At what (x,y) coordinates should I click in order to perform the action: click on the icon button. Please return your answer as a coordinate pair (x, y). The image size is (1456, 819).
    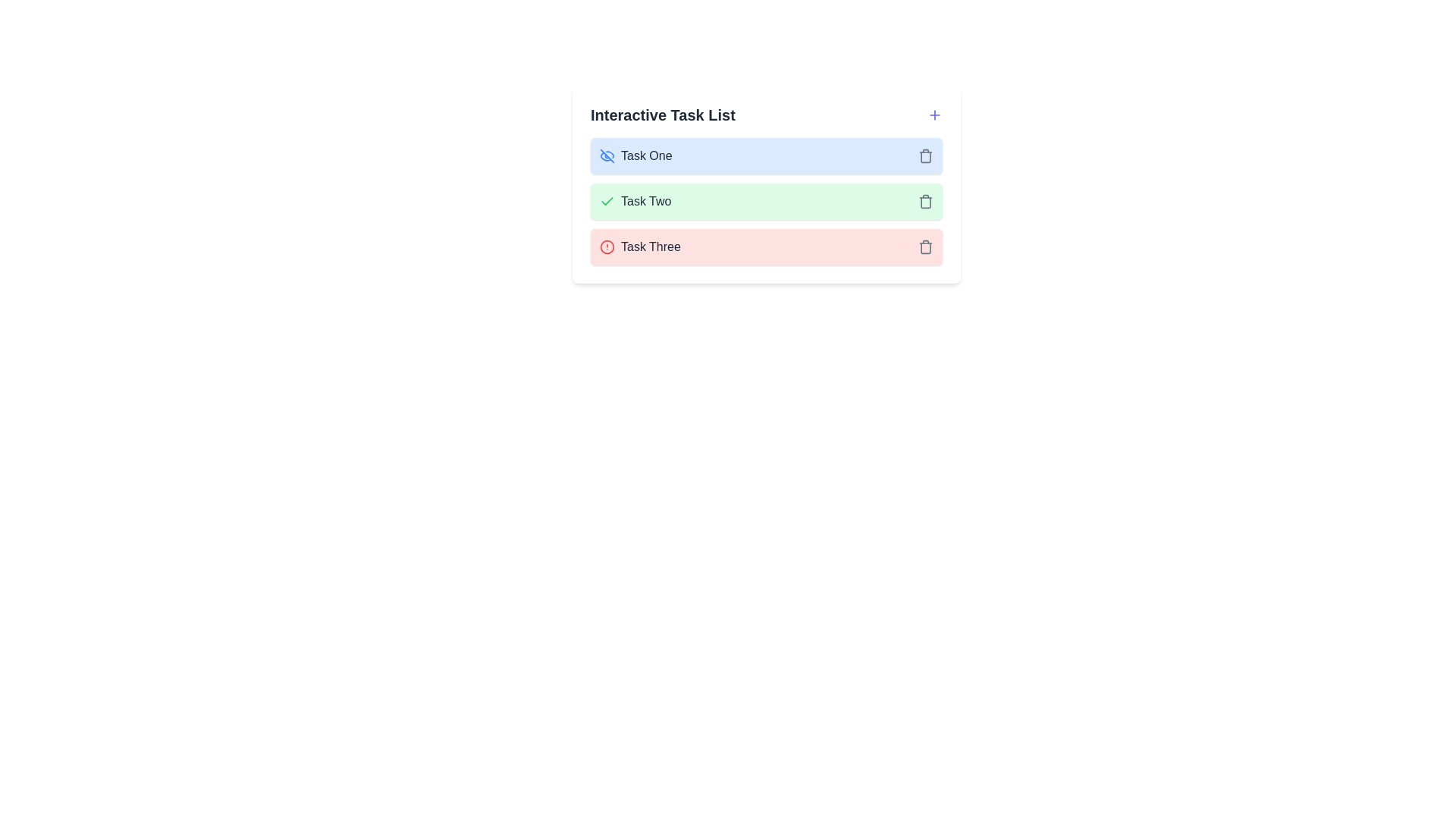
    Looking at the image, I should click on (924, 246).